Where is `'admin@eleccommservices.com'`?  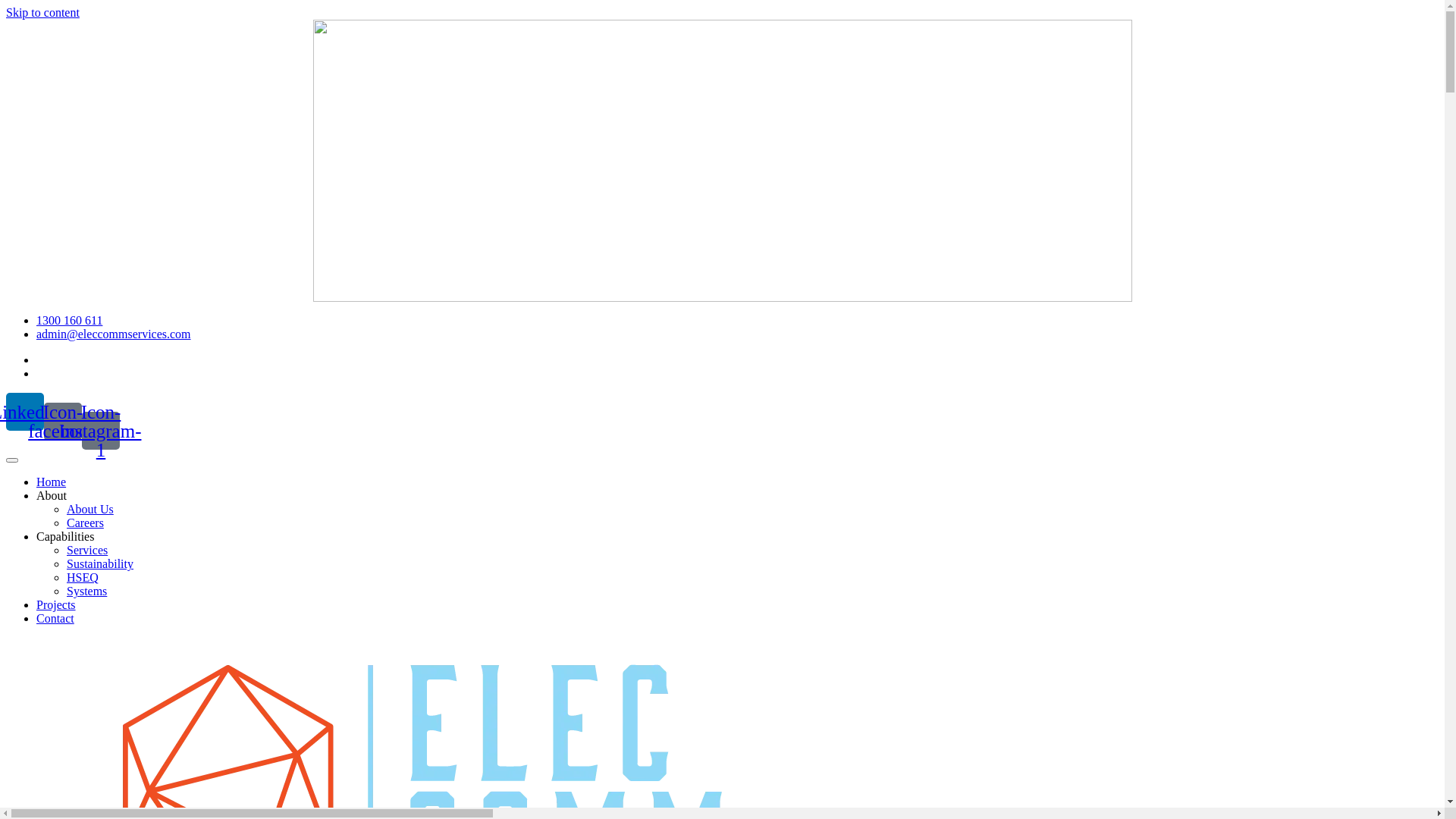
'admin@eleccommservices.com' is located at coordinates (112, 333).